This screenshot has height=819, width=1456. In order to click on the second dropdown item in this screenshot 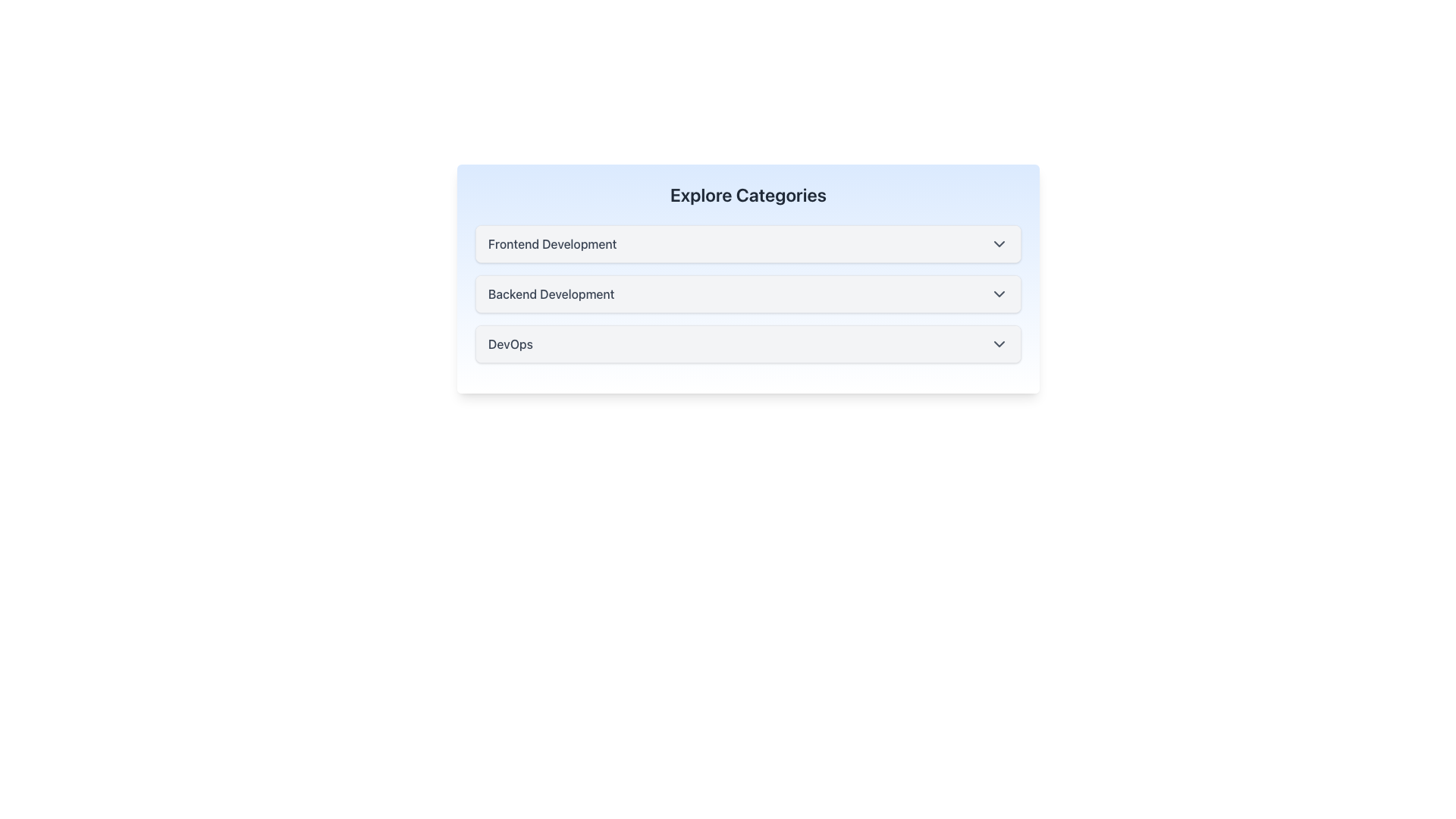, I will do `click(748, 294)`.